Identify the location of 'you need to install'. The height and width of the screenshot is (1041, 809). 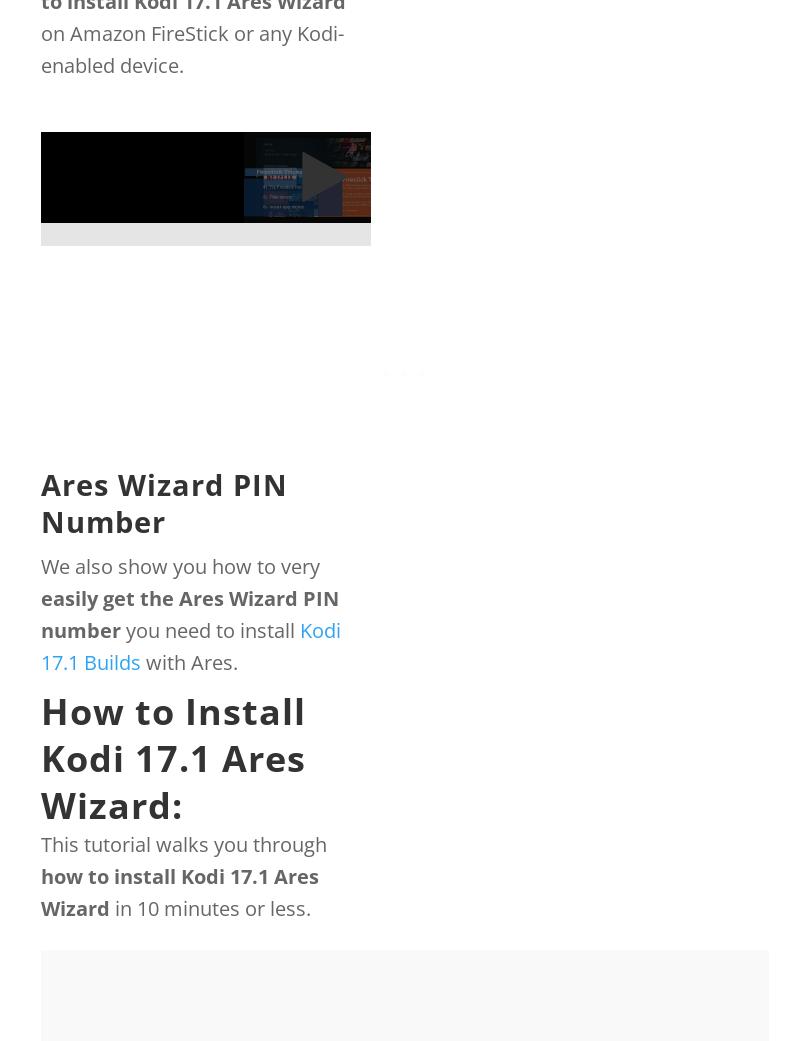
(209, 629).